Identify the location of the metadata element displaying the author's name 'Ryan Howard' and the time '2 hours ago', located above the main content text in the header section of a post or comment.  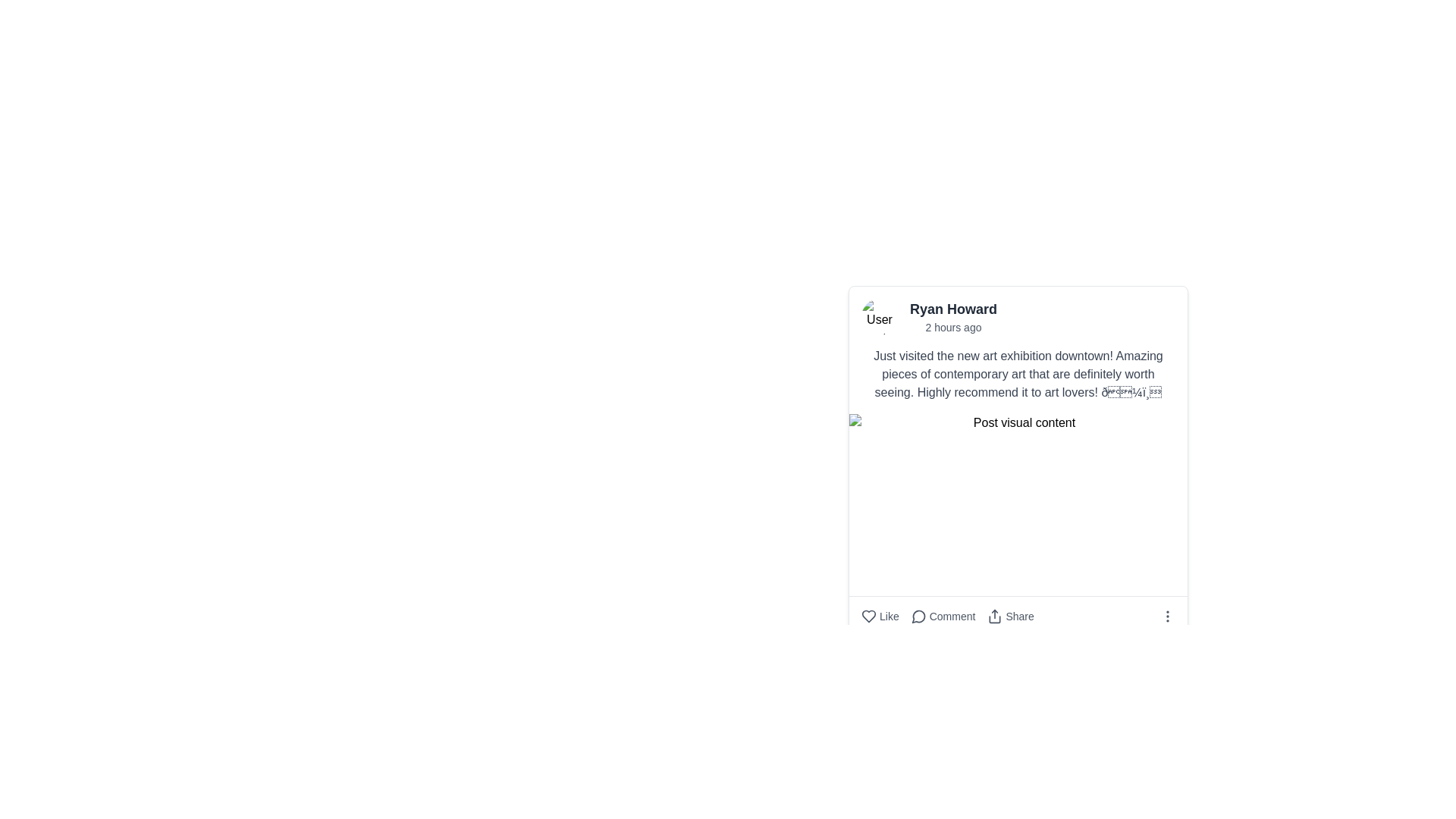
(952, 315).